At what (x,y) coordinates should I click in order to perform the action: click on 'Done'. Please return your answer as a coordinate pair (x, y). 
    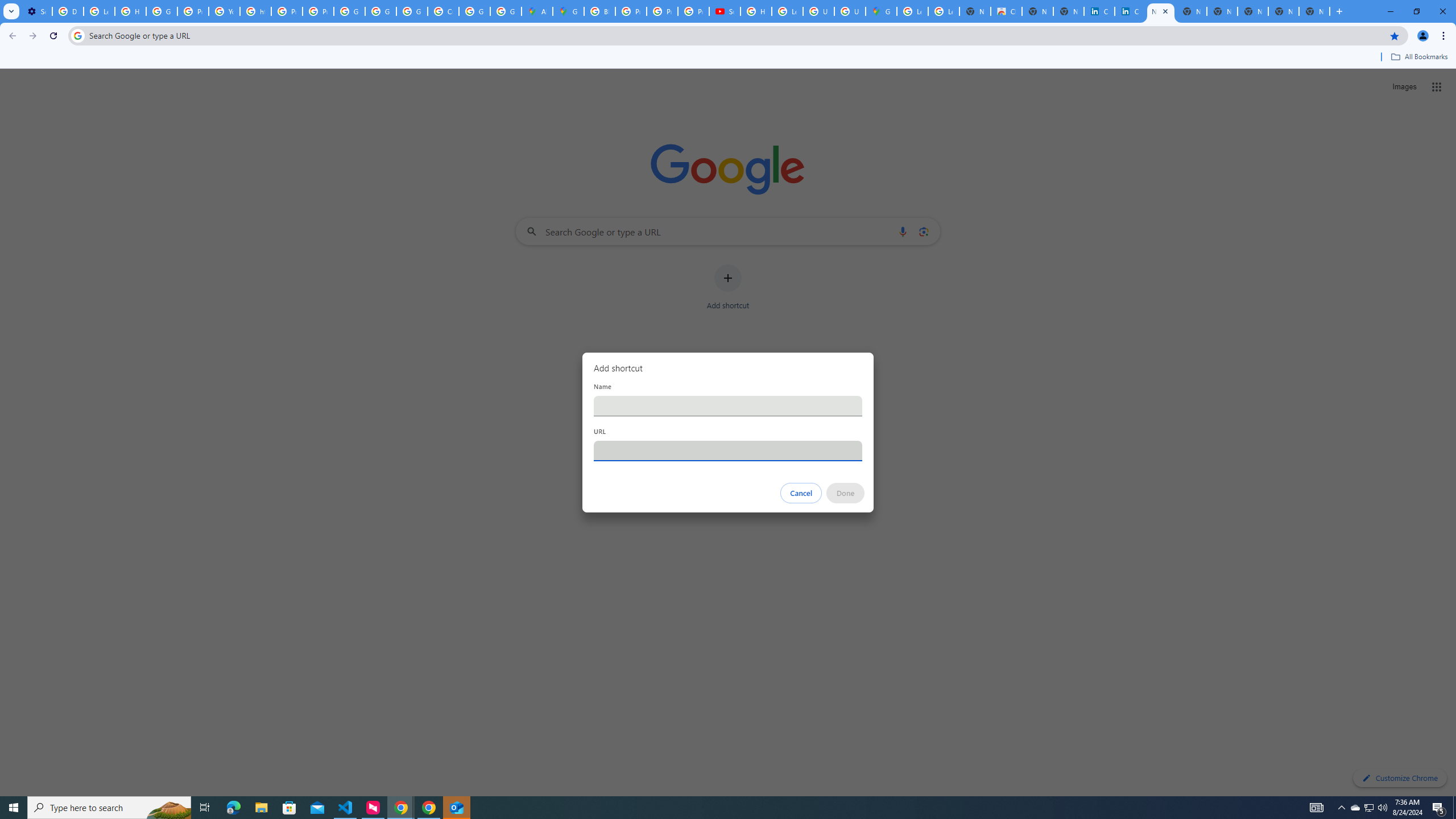
    Looking at the image, I should click on (846, 493).